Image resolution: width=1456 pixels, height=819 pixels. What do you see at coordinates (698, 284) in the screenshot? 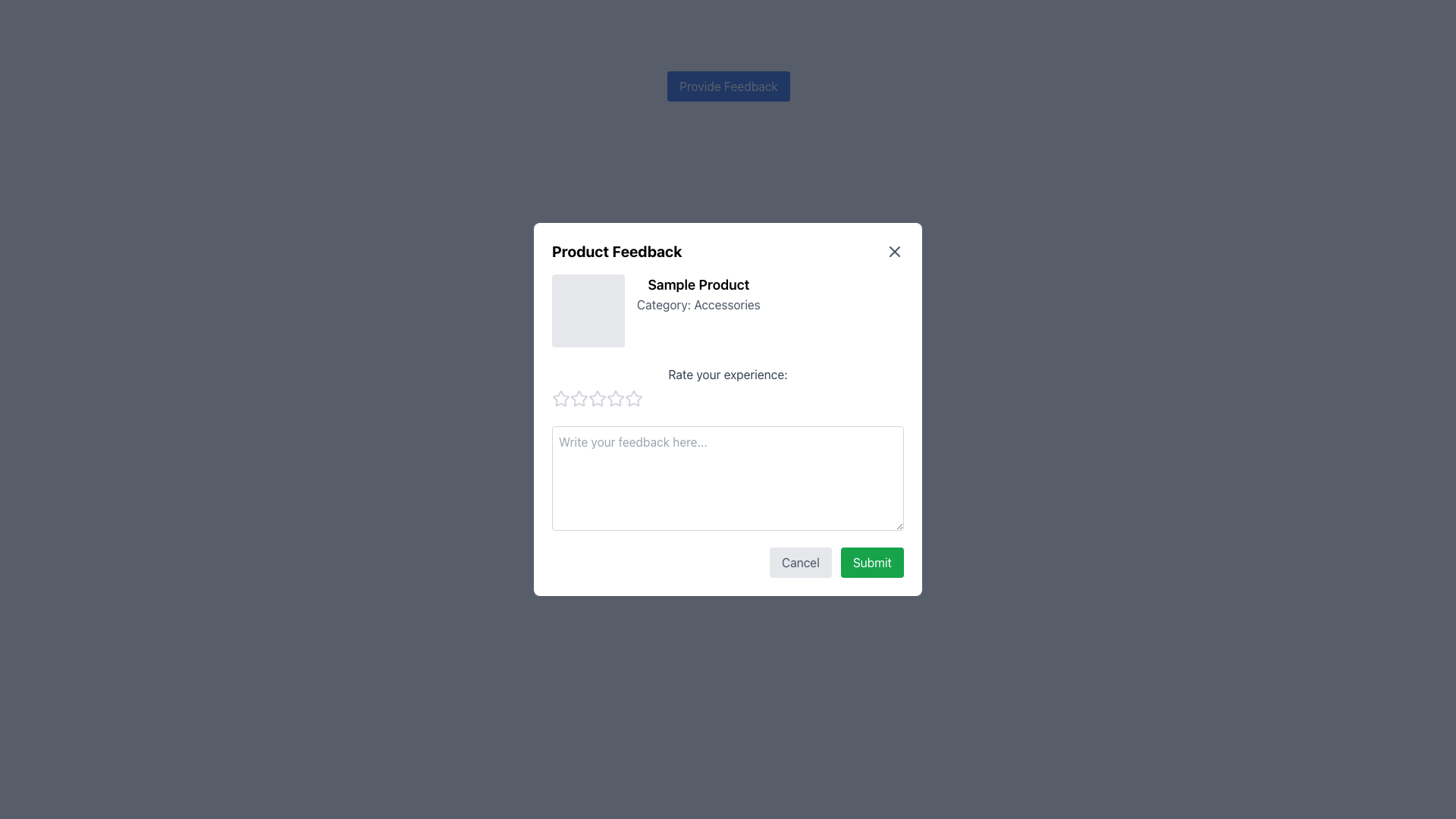
I see `the Text Label that serves as a title for the product, located at the top of the modal dialog, to the right of an image placeholder` at bounding box center [698, 284].